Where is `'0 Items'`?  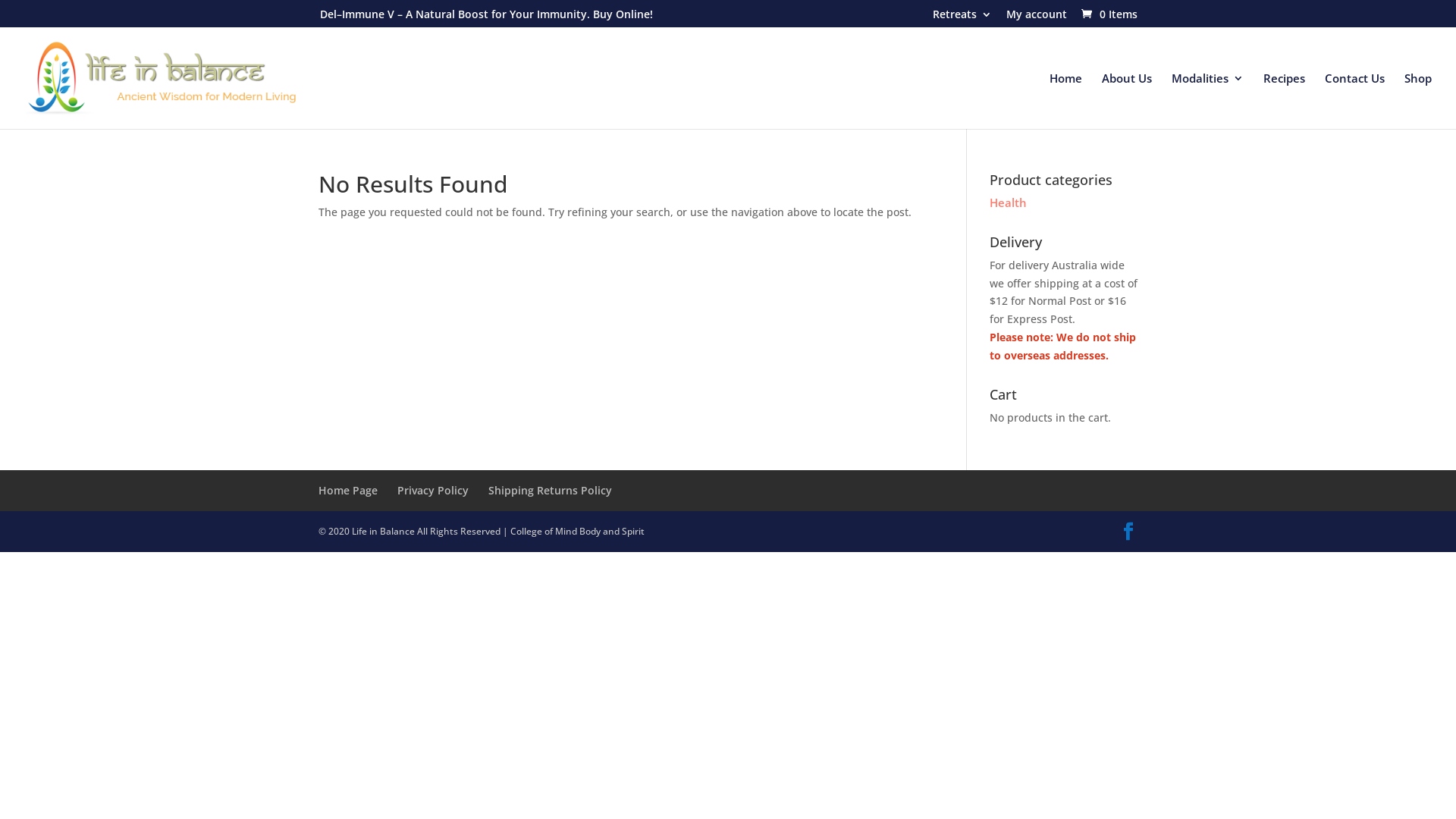
'0 Items' is located at coordinates (1077, 13).